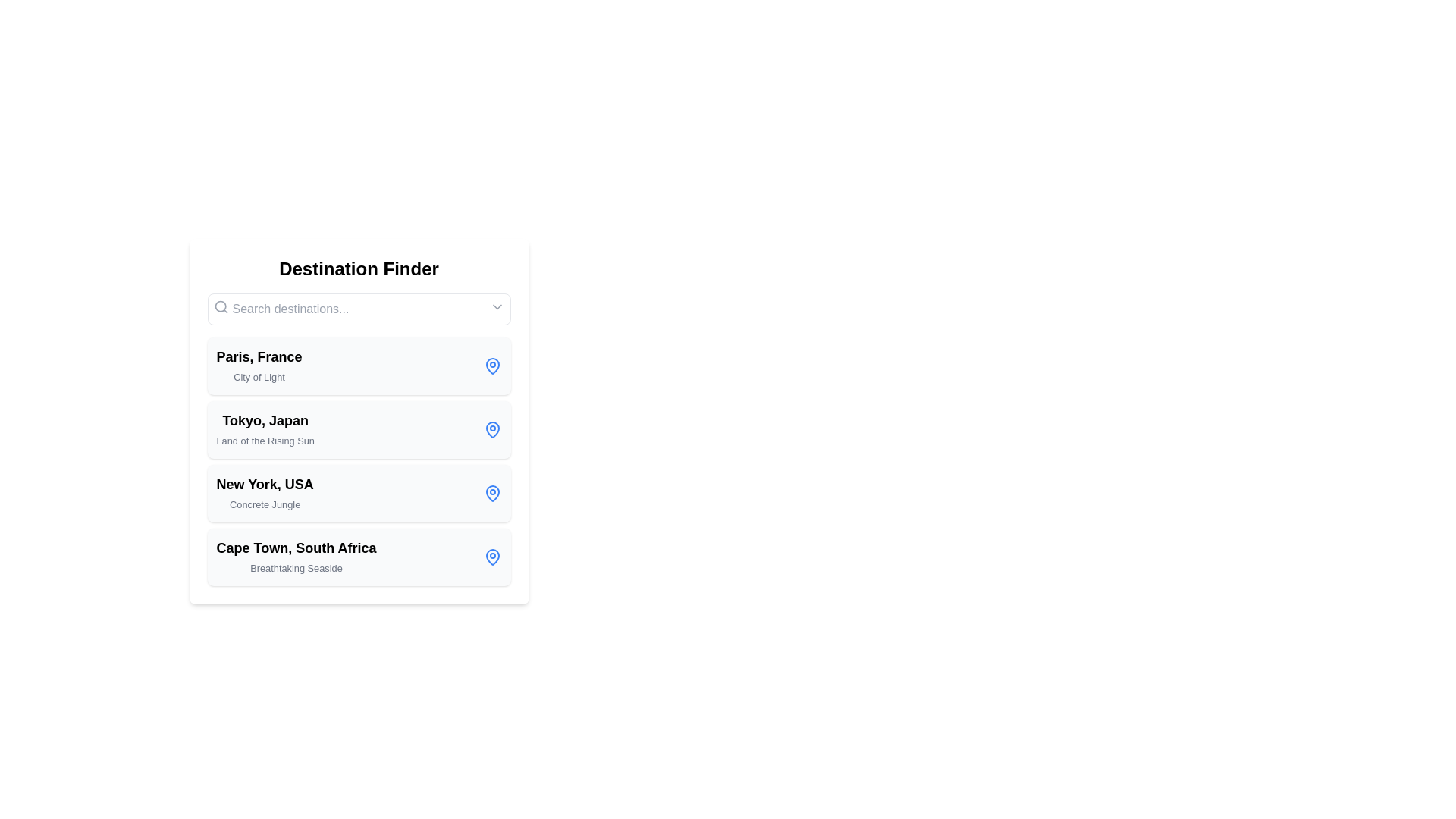 This screenshot has width=1456, height=819. Describe the element at coordinates (259, 356) in the screenshot. I see `the text label displaying 'Paris, France', which is styled prominently and located at the top of the list of destinations in the 'Destination Finder' section` at that location.